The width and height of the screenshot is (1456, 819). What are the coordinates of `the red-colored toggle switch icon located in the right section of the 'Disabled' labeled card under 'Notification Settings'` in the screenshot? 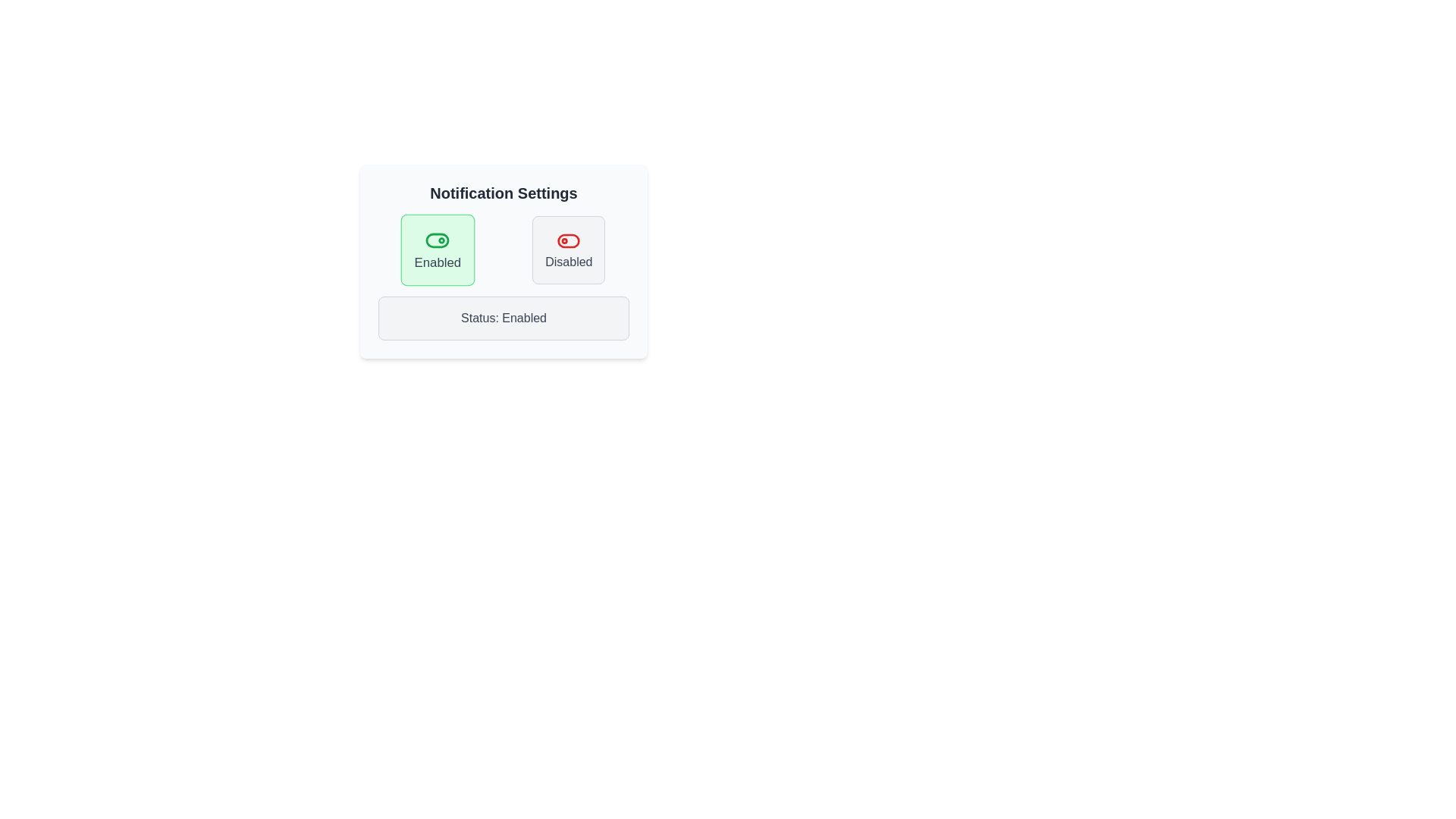 It's located at (568, 240).